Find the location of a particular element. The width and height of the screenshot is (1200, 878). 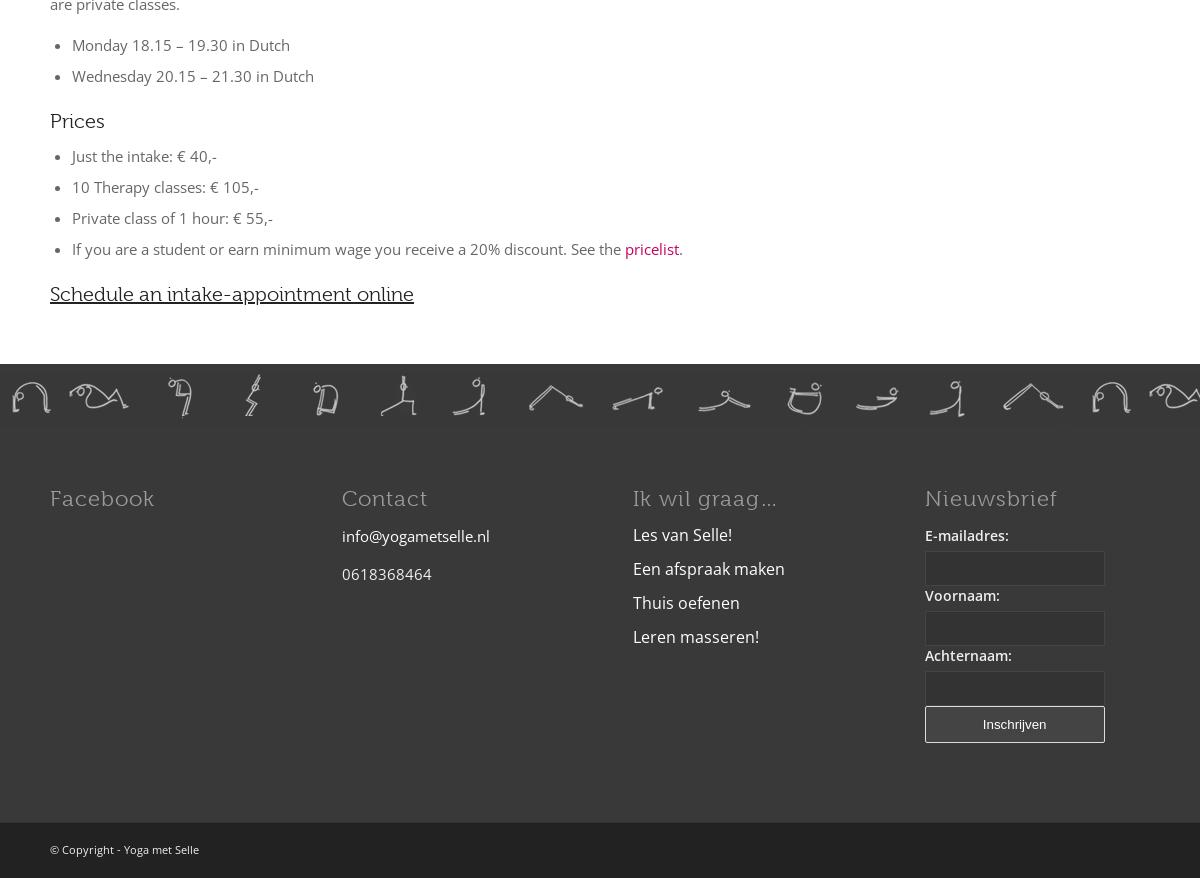

'0618368464' is located at coordinates (341, 572).